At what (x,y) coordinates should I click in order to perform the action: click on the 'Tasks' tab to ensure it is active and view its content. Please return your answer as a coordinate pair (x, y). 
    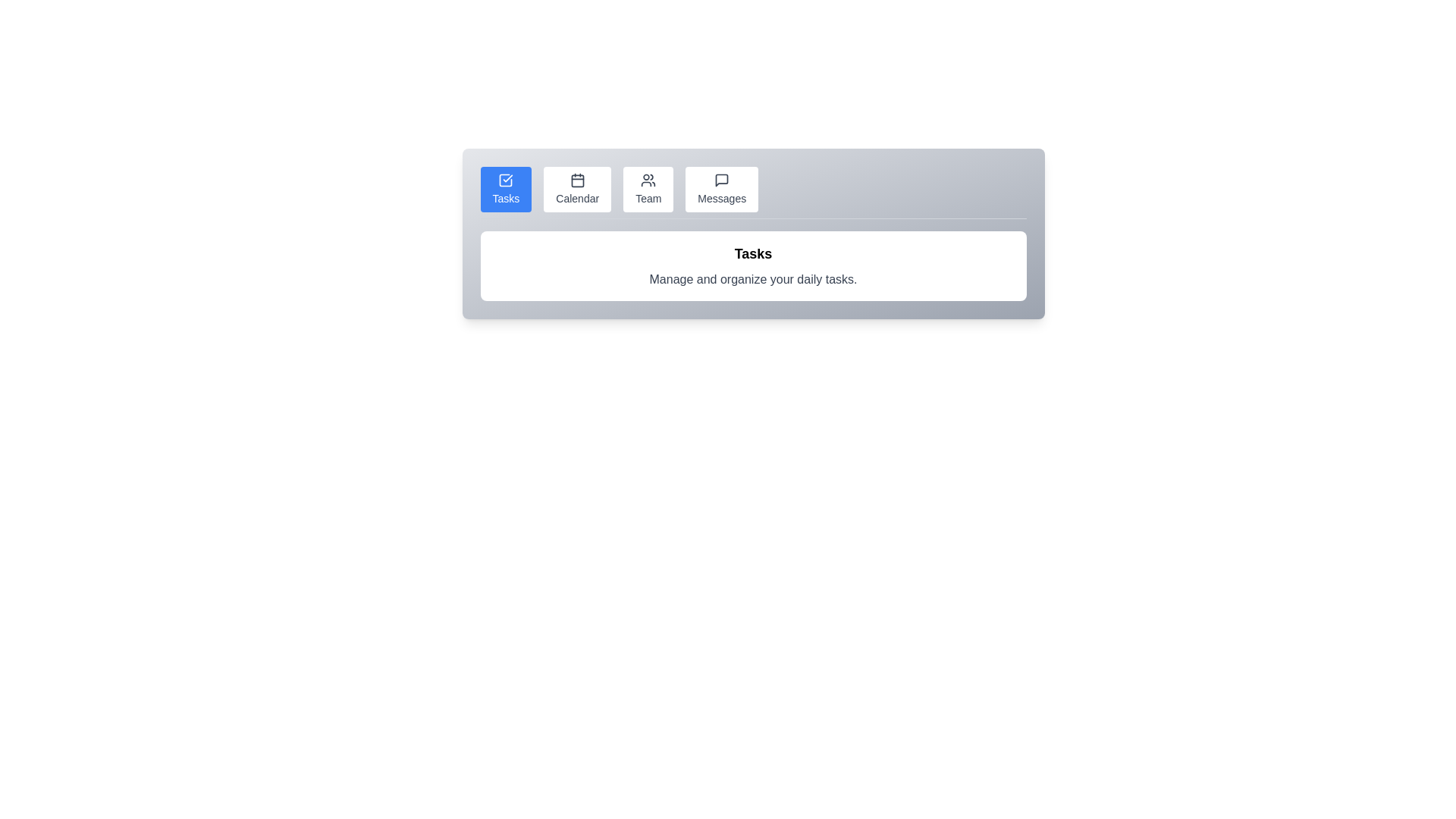
    Looking at the image, I should click on (506, 189).